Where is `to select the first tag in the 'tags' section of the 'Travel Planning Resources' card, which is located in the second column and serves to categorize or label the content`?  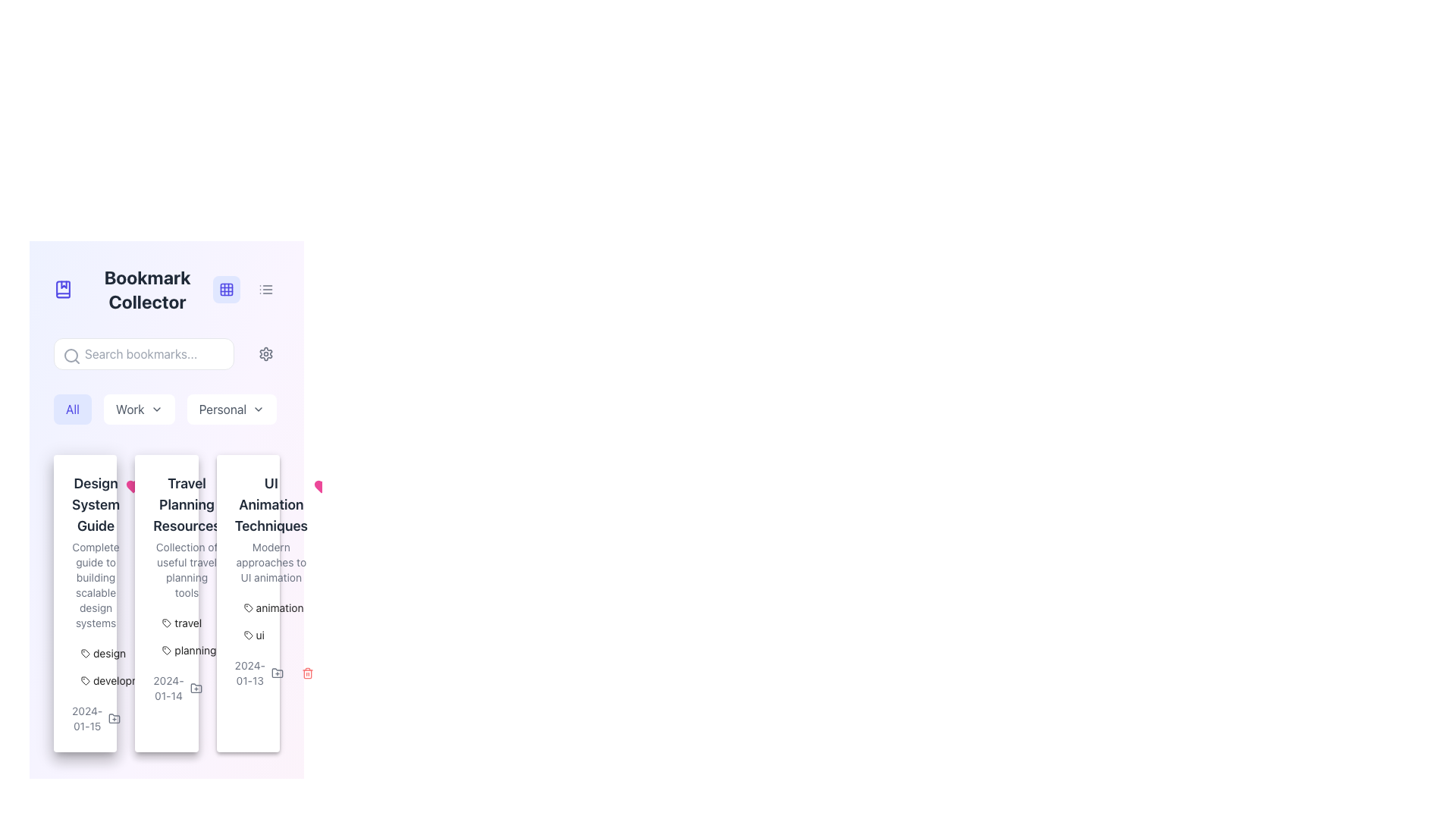
to select the first tag in the 'tags' section of the 'Travel Planning Resources' card, which is located in the second column and serves to categorize or label the content is located at coordinates (182, 623).